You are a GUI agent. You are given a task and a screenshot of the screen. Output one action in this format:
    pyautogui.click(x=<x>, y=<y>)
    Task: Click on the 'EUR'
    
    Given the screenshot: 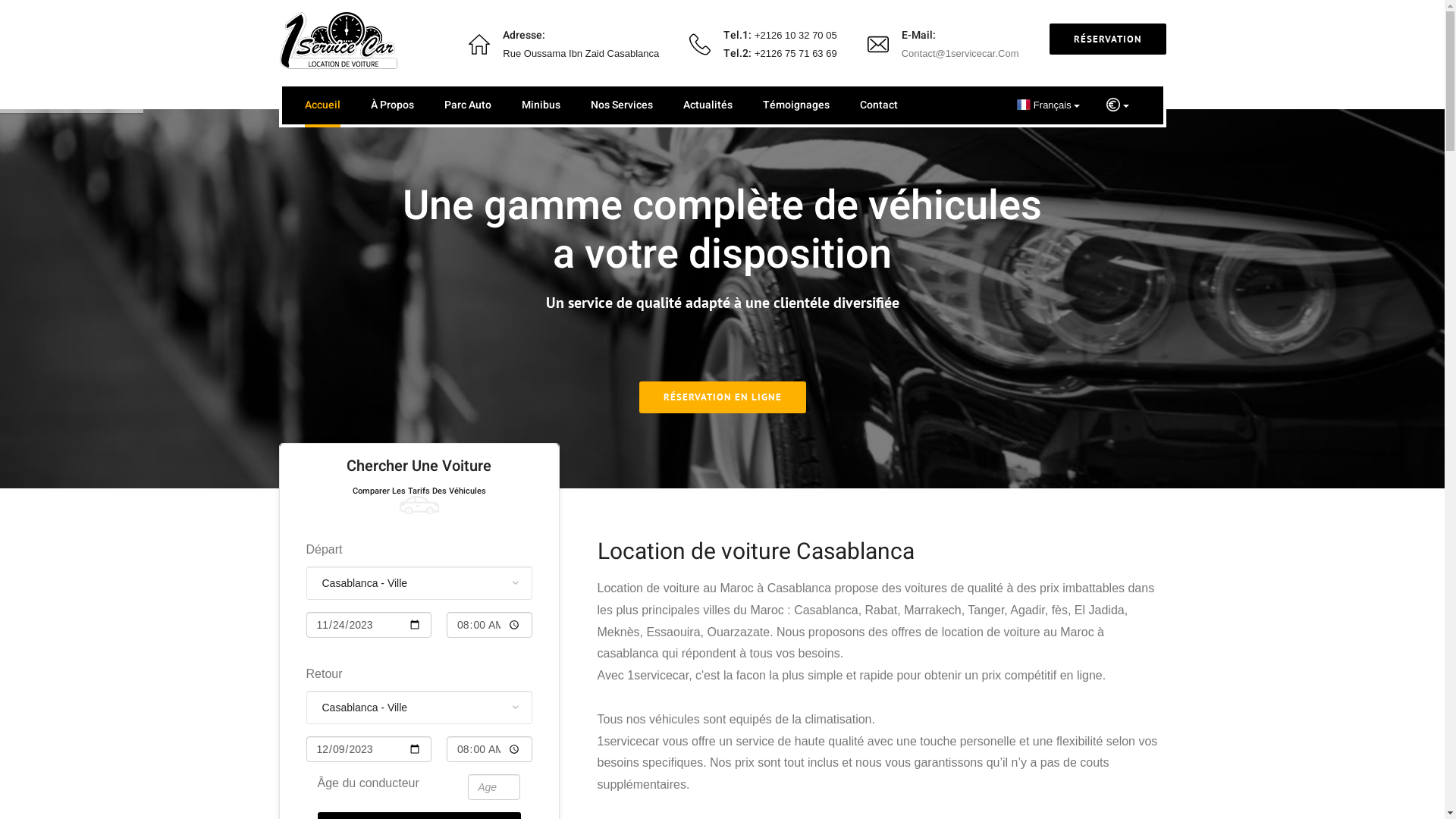 What is the action you would take?
    pyautogui.click(x=1117, y=104)
    